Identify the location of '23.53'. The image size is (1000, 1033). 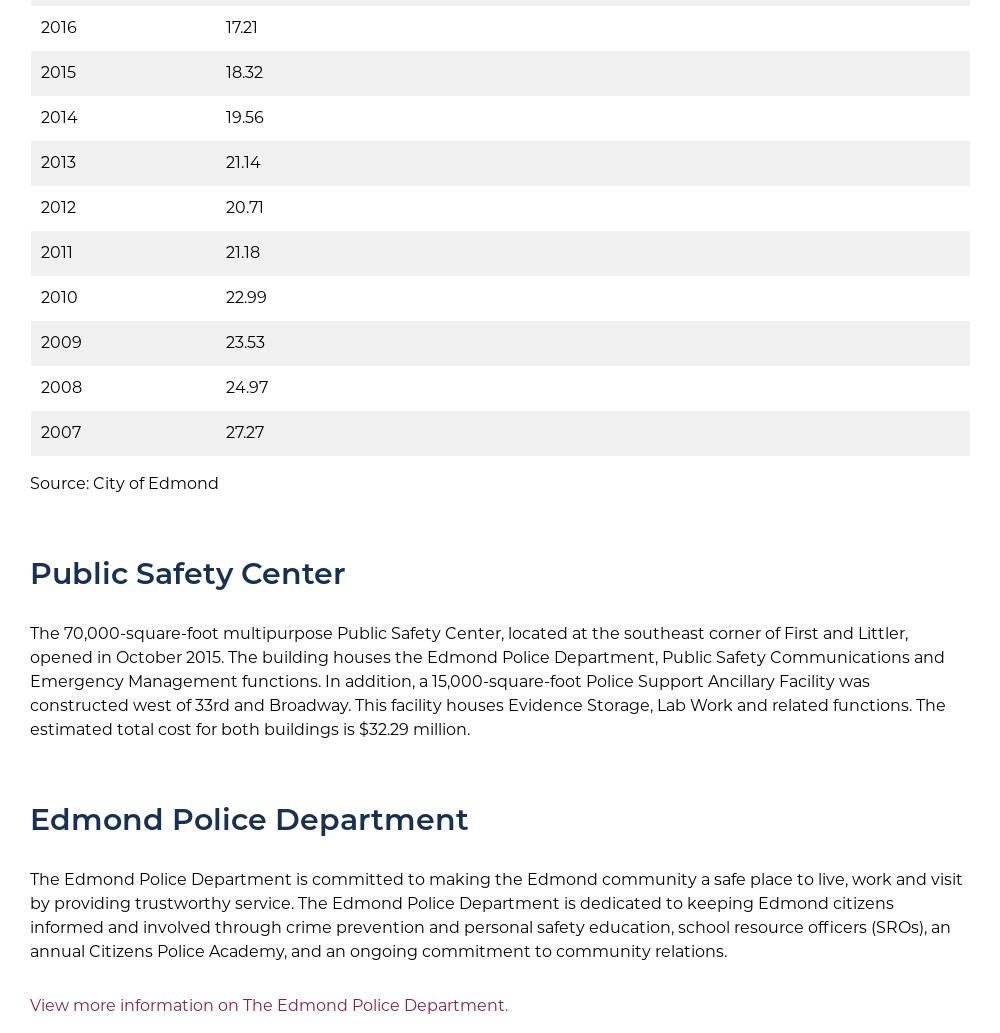
(225, 341).